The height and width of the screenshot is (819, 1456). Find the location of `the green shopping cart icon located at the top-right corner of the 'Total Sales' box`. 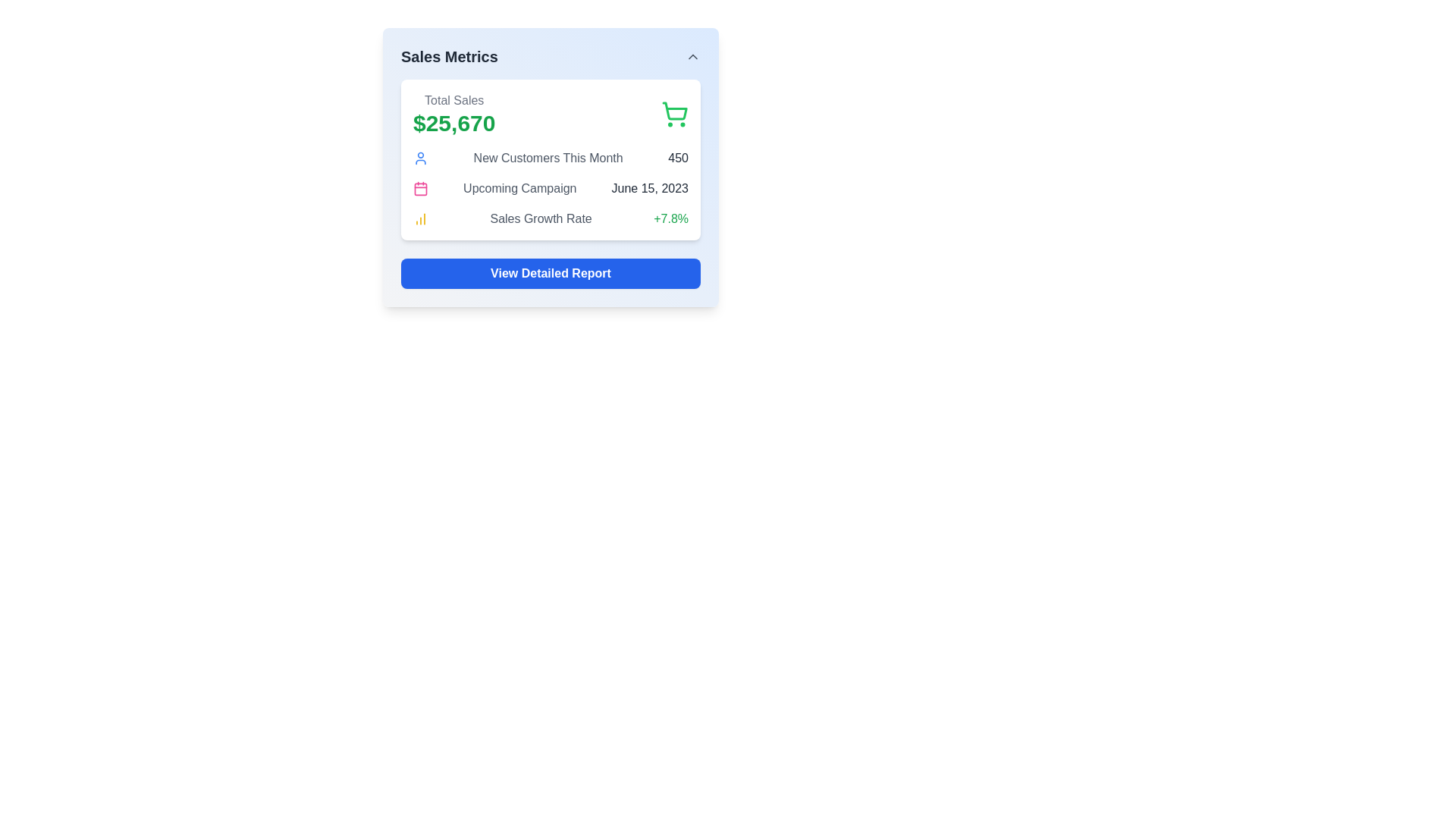

the green shopping cart icon located at the top-right corner of the 'Total Sales' box is located at coordinates (673, 113).